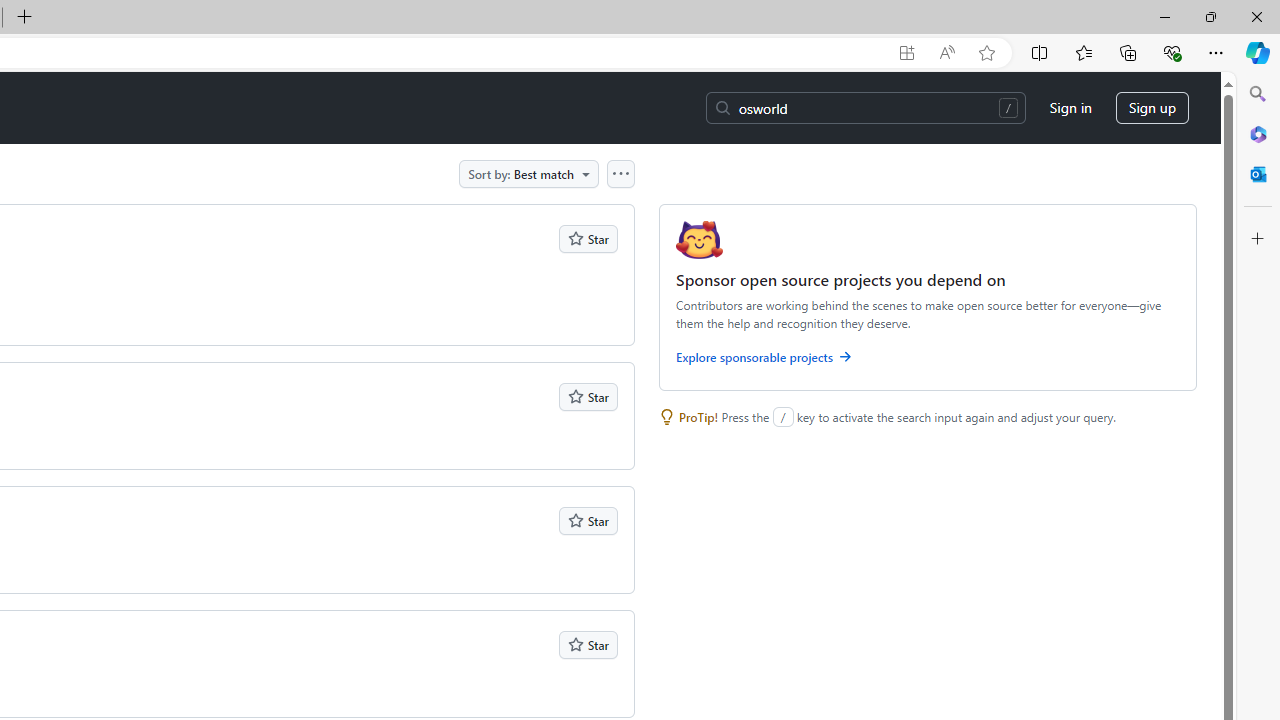 This screenshot has width=1280, height=720. Describe the element at coordinates (1257, 133) in the screenshot. I see `'Microsoft 365'` at that location.